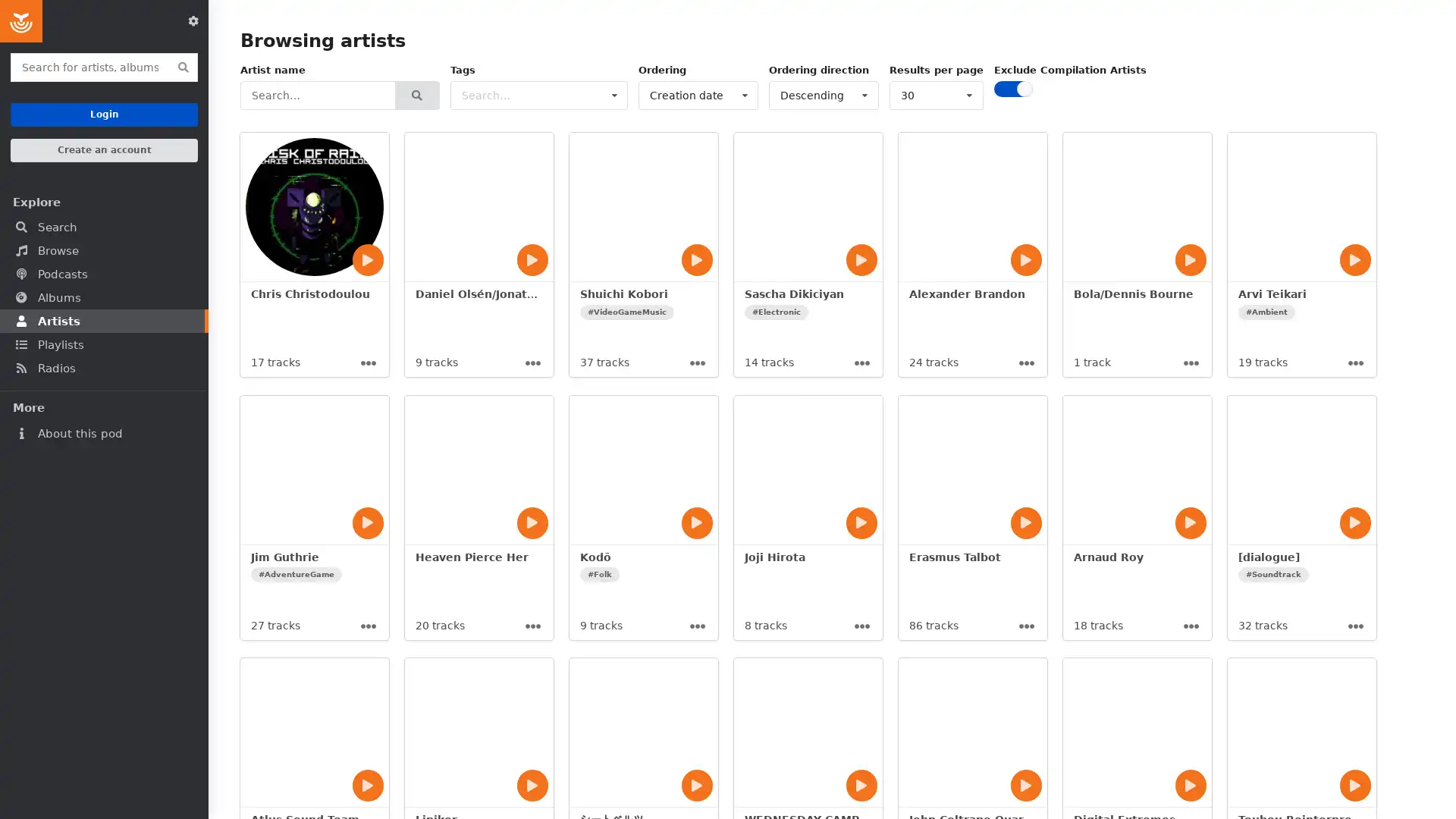  Describe the element at coordinates (1354, 259) in the screenshot. I see `Play artist` at that location.